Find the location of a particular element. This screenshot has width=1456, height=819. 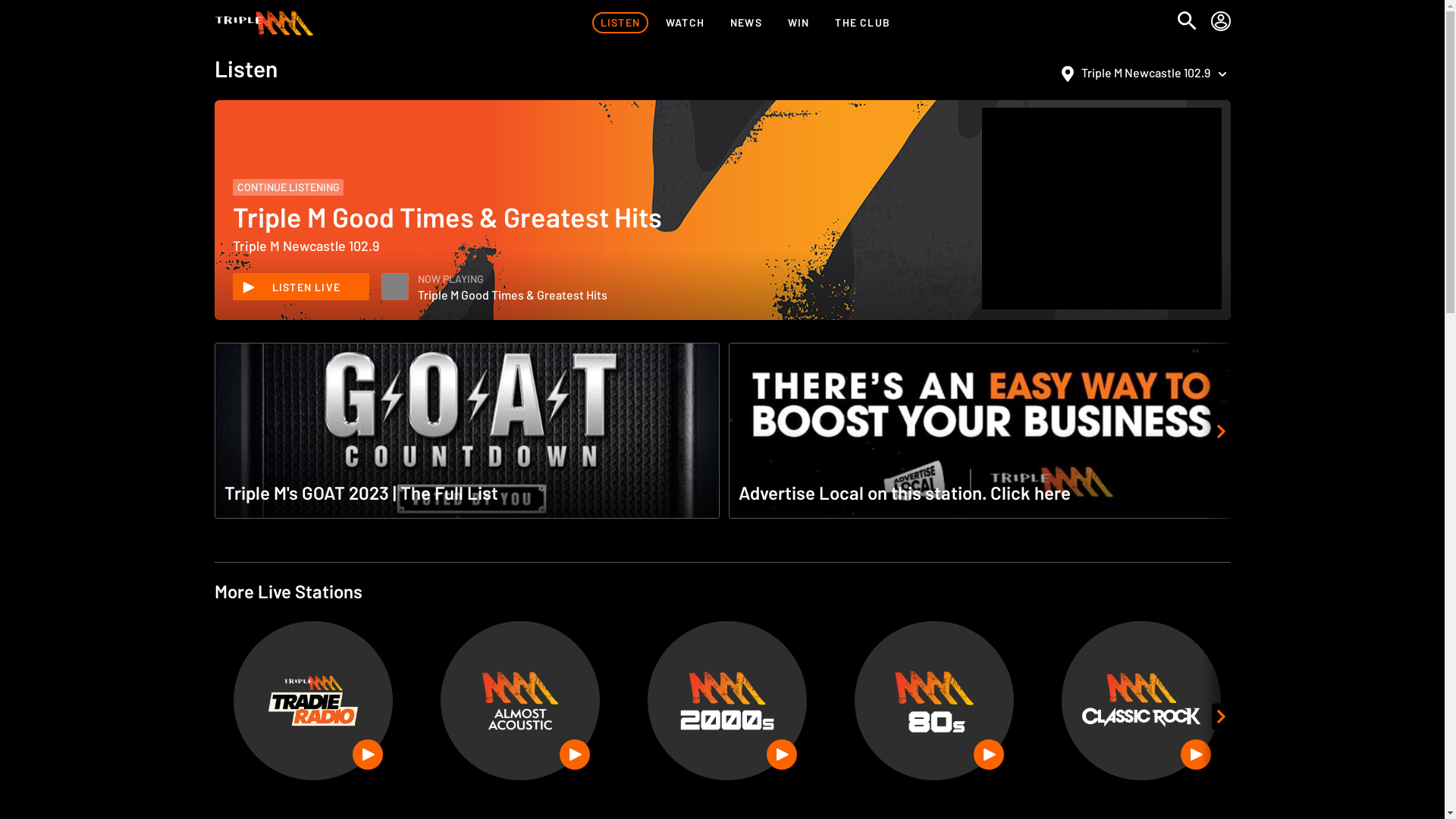

'WATCH' is located at coordinates (657, 23).